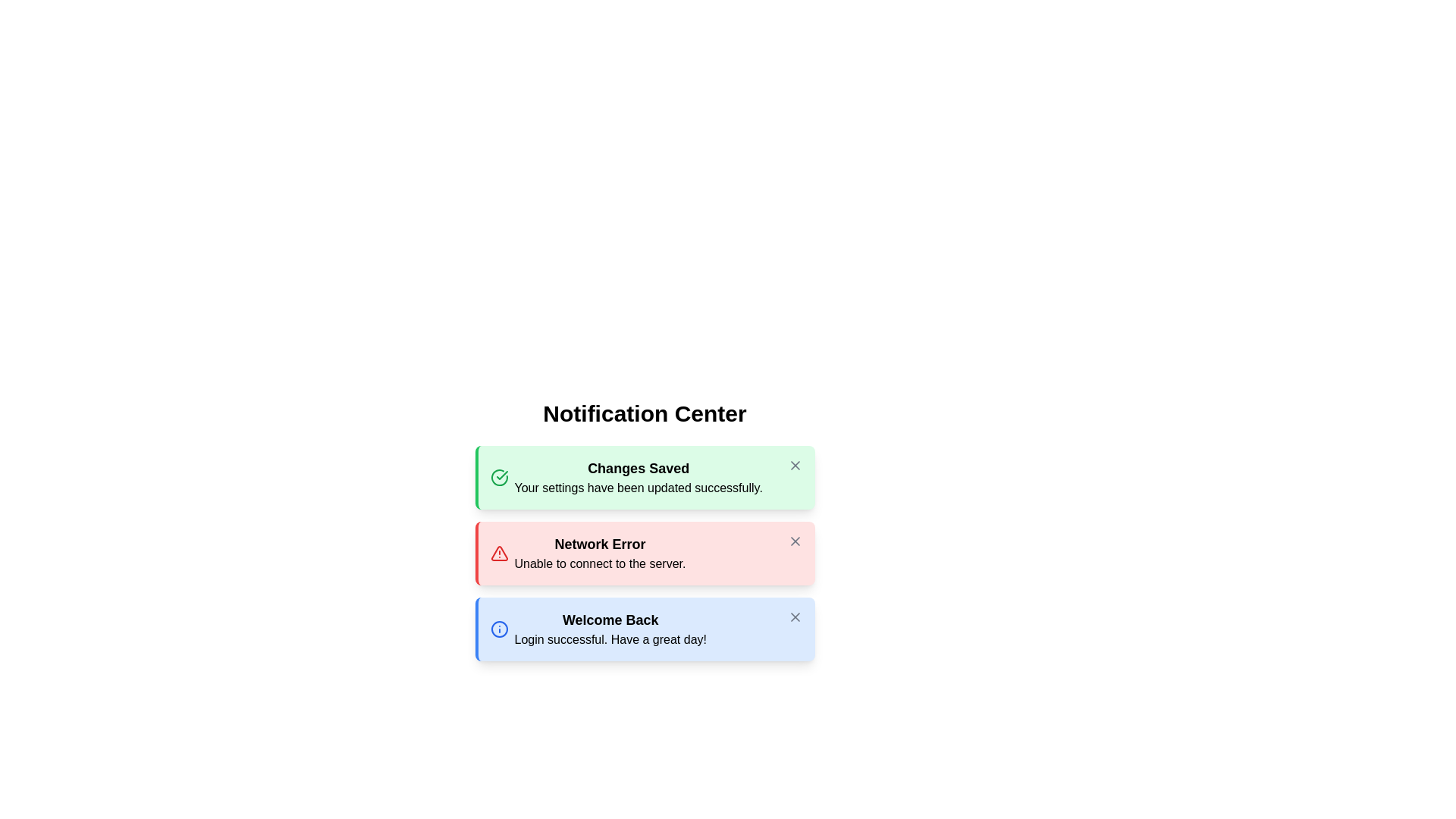 This screenshot has height=819, width=1456. I want to click on text from the third notification box located in the Notification Center, which informs the user about a successful login, so click(645, 629).